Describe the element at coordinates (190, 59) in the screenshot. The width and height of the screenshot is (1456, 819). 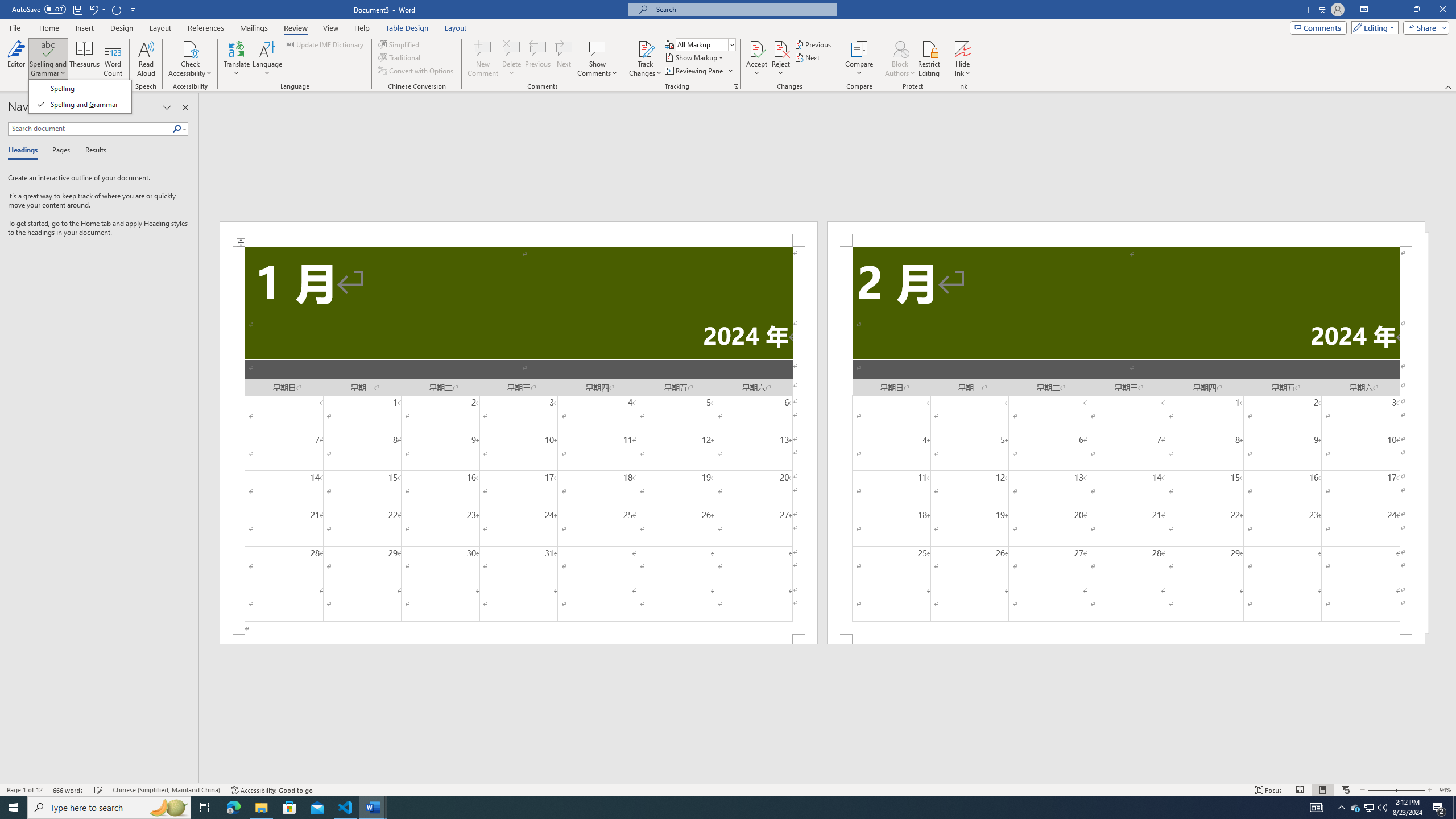
I see `'Check Accessibility'` at that location.